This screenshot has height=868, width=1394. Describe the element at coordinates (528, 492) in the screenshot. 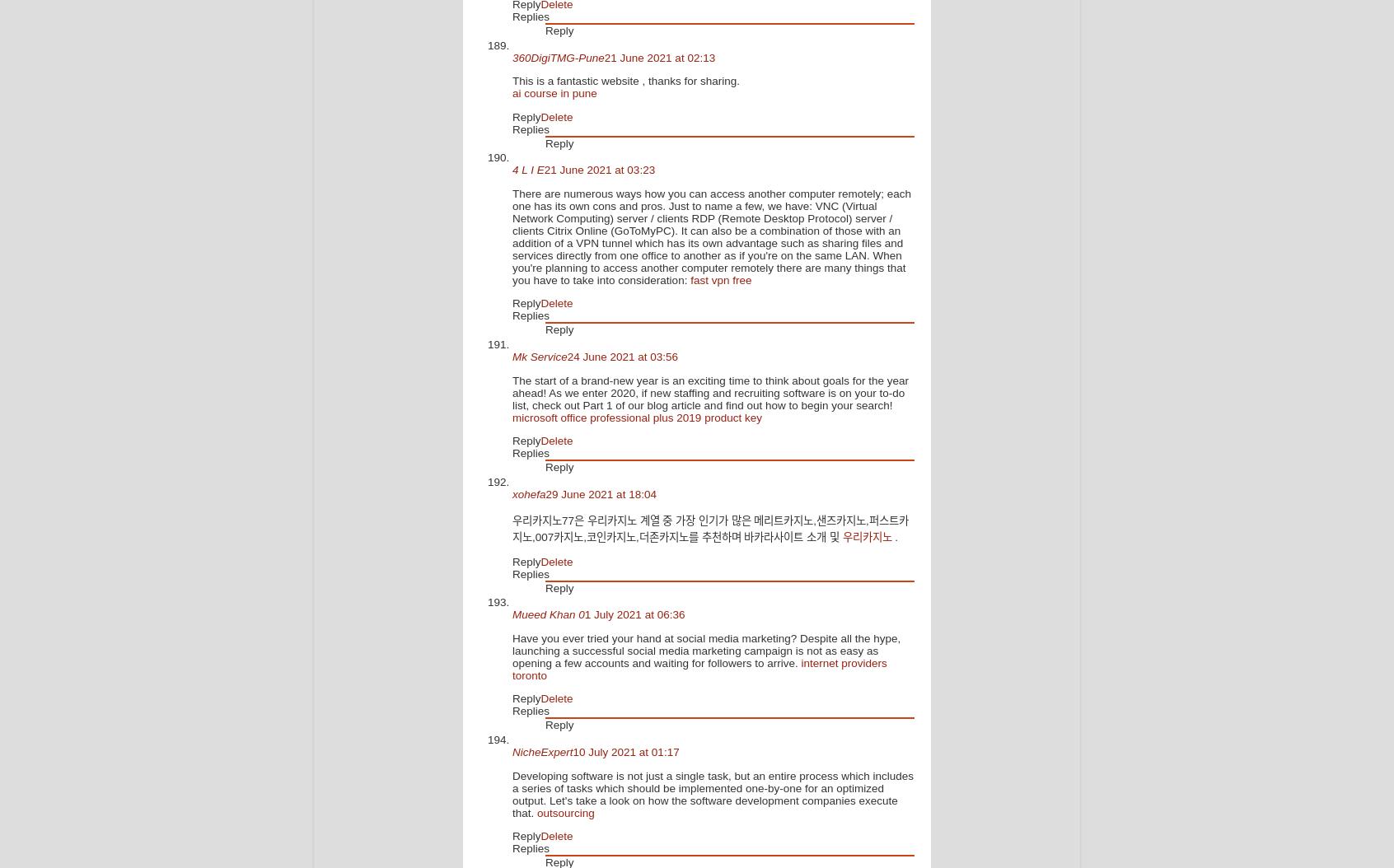

I see `'xohefa'` at that location.